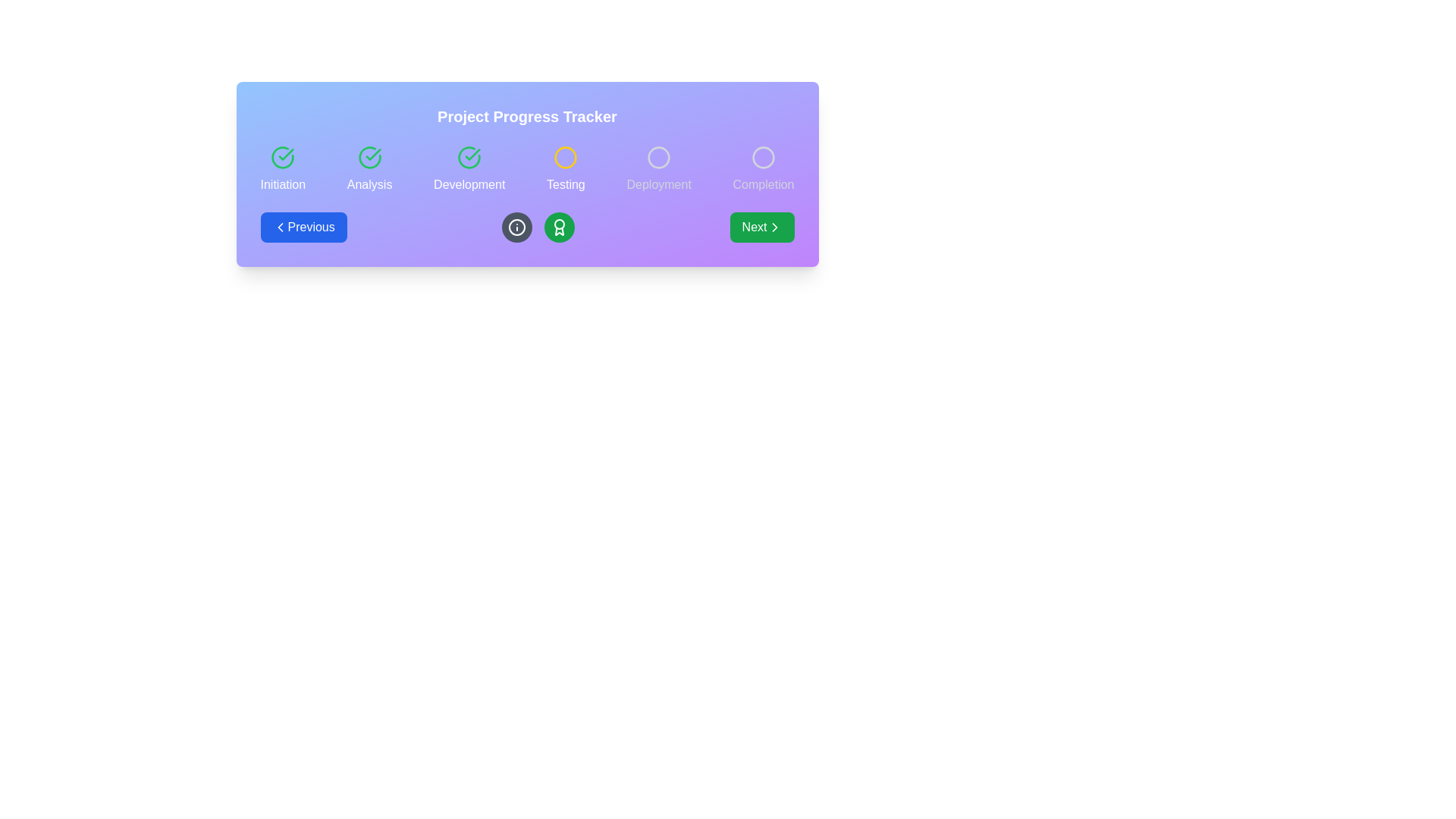 This screenshot has height=819, width=1456. What do you see at coordinates (369, 158) in the screenshot?
I see `the state of the circular green icon with a check mark inside, which indicates the completion of the 'Analysis' step in the progress tracker` at bounding box center [369, 158].